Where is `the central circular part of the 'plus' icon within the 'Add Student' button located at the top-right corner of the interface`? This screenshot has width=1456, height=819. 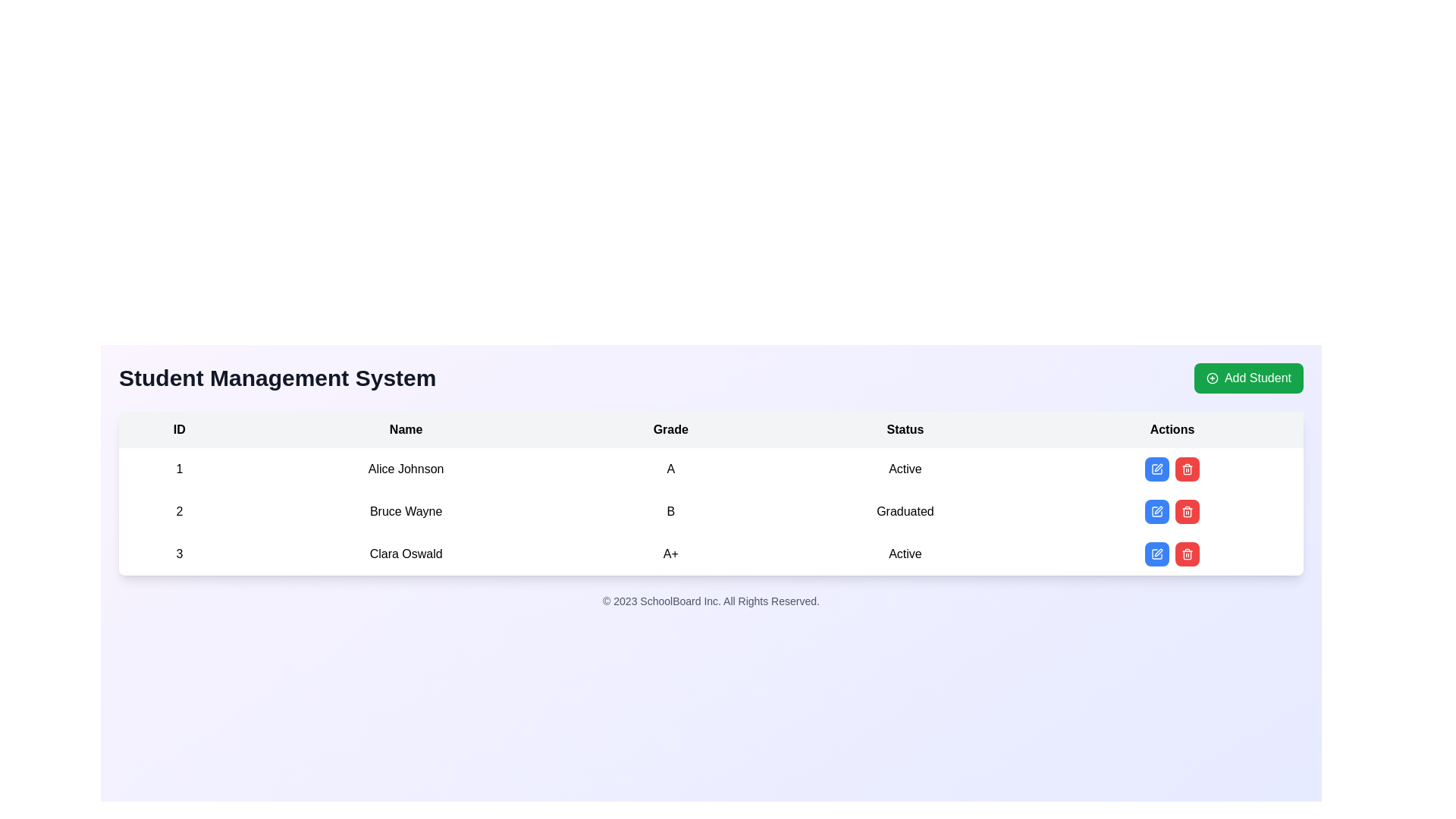 the central circular part of the 'plus' icon within the 'Add Student' button located at the top-right corner of the interface is located at coordinates (1211, 377).